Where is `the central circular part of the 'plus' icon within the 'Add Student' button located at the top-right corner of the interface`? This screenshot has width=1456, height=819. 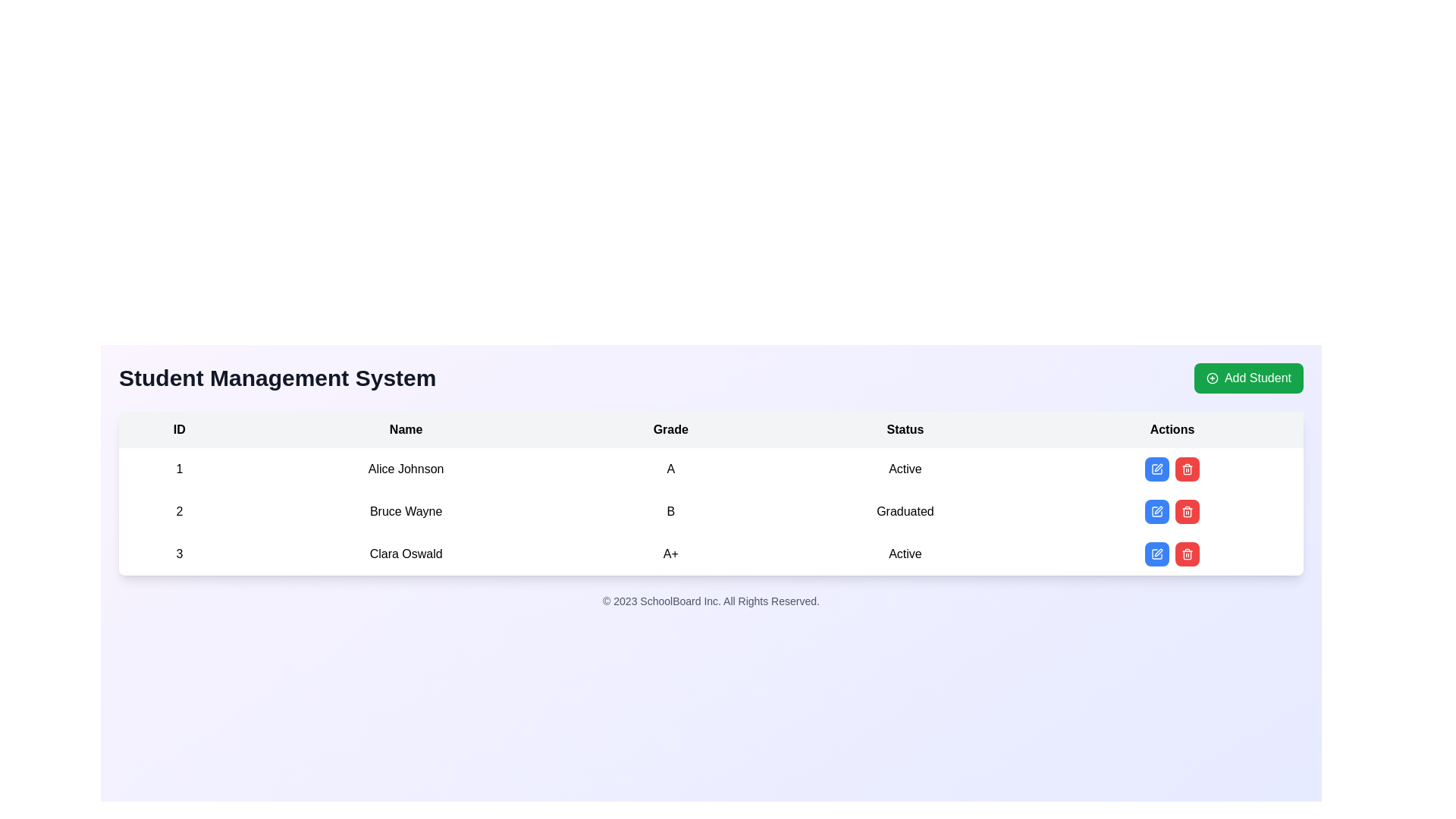 the central circular part of the 'plus' icon within the 'Add Student' button located at the top-right corner of the interface is located at coordinates (1211, 377).